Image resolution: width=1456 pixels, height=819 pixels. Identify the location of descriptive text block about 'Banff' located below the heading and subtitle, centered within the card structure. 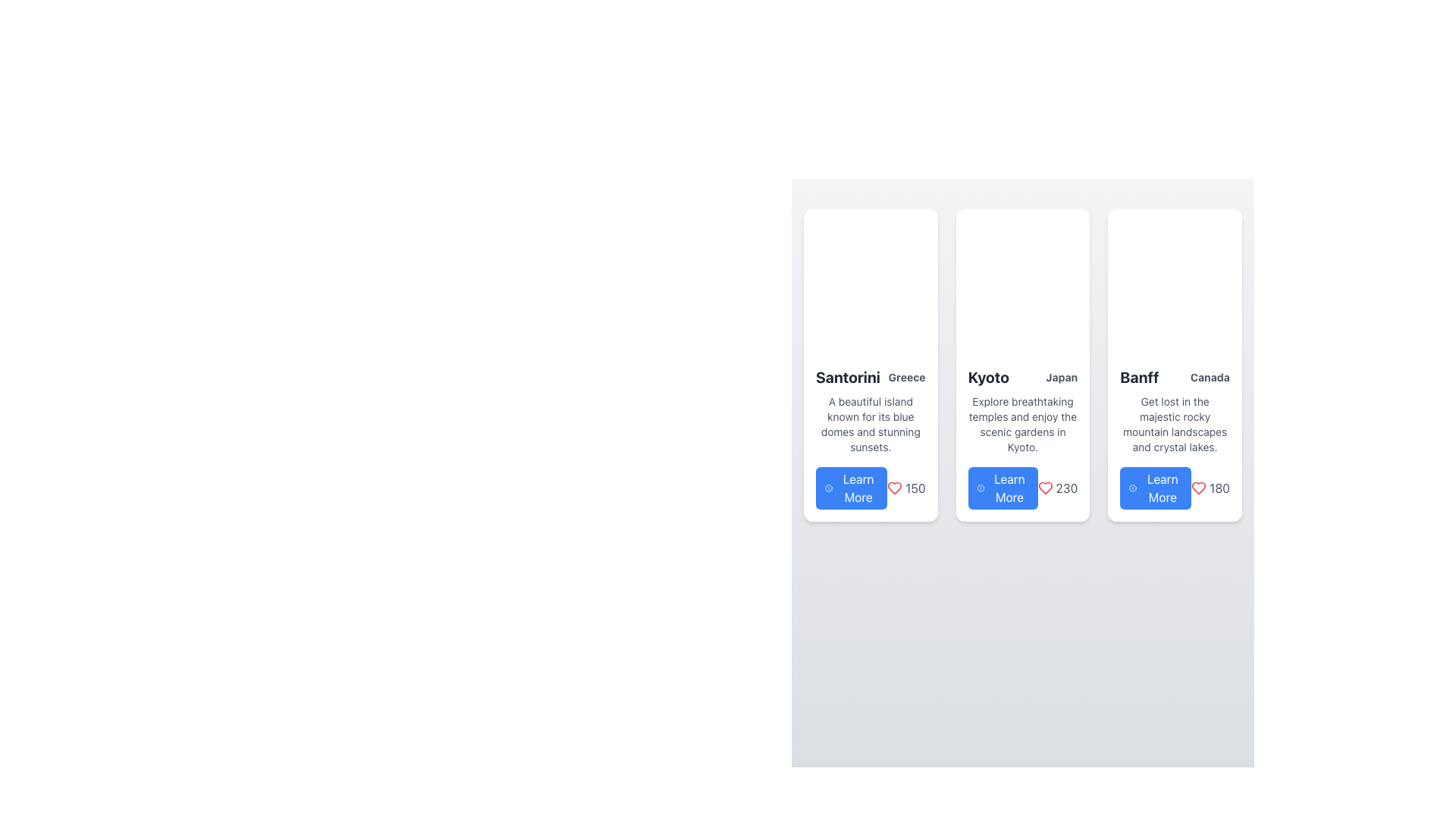
(1174, 424).